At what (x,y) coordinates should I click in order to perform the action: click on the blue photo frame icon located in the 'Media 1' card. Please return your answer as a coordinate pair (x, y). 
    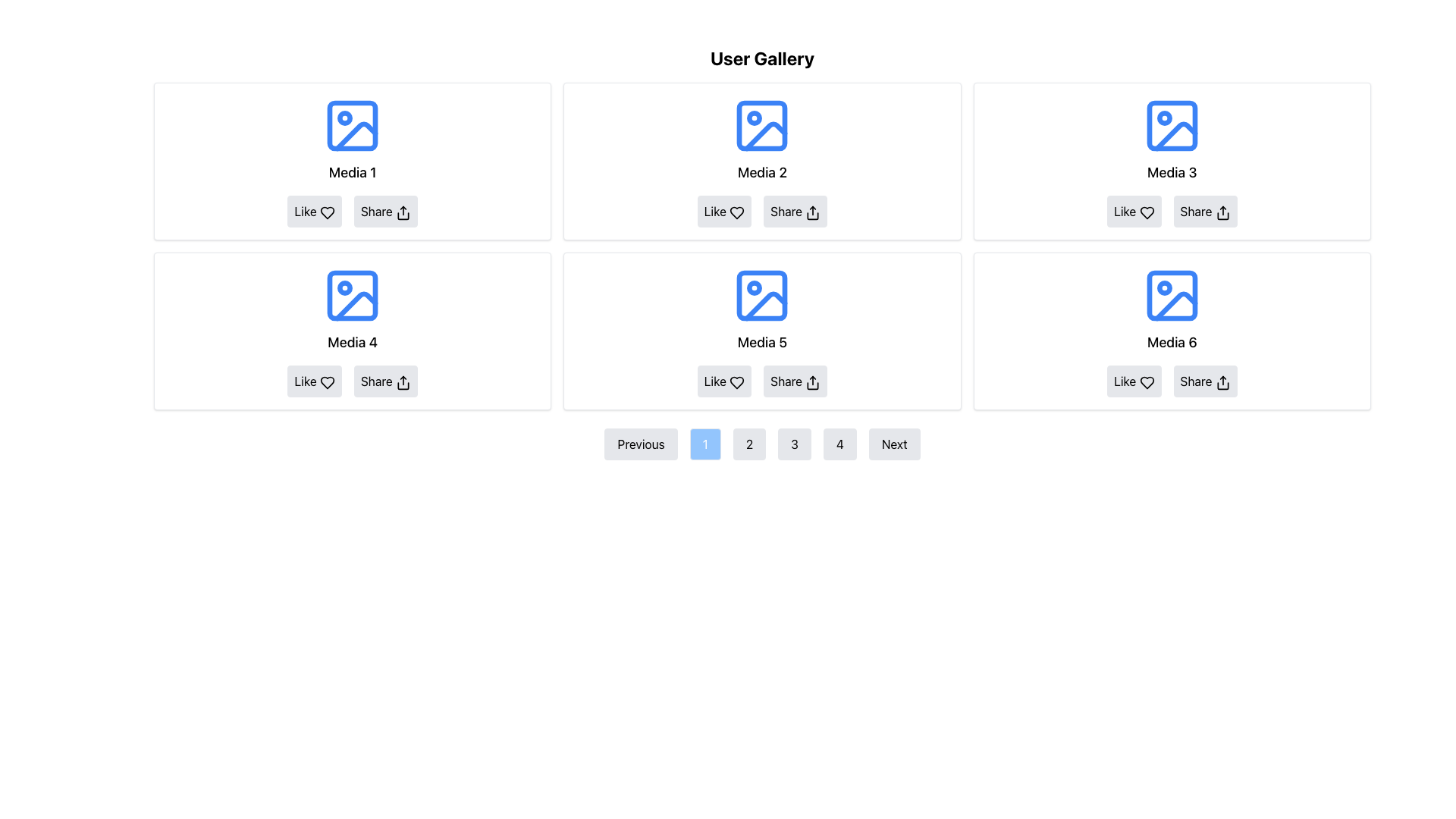
    Looking at the image, I should click on (352, 124).